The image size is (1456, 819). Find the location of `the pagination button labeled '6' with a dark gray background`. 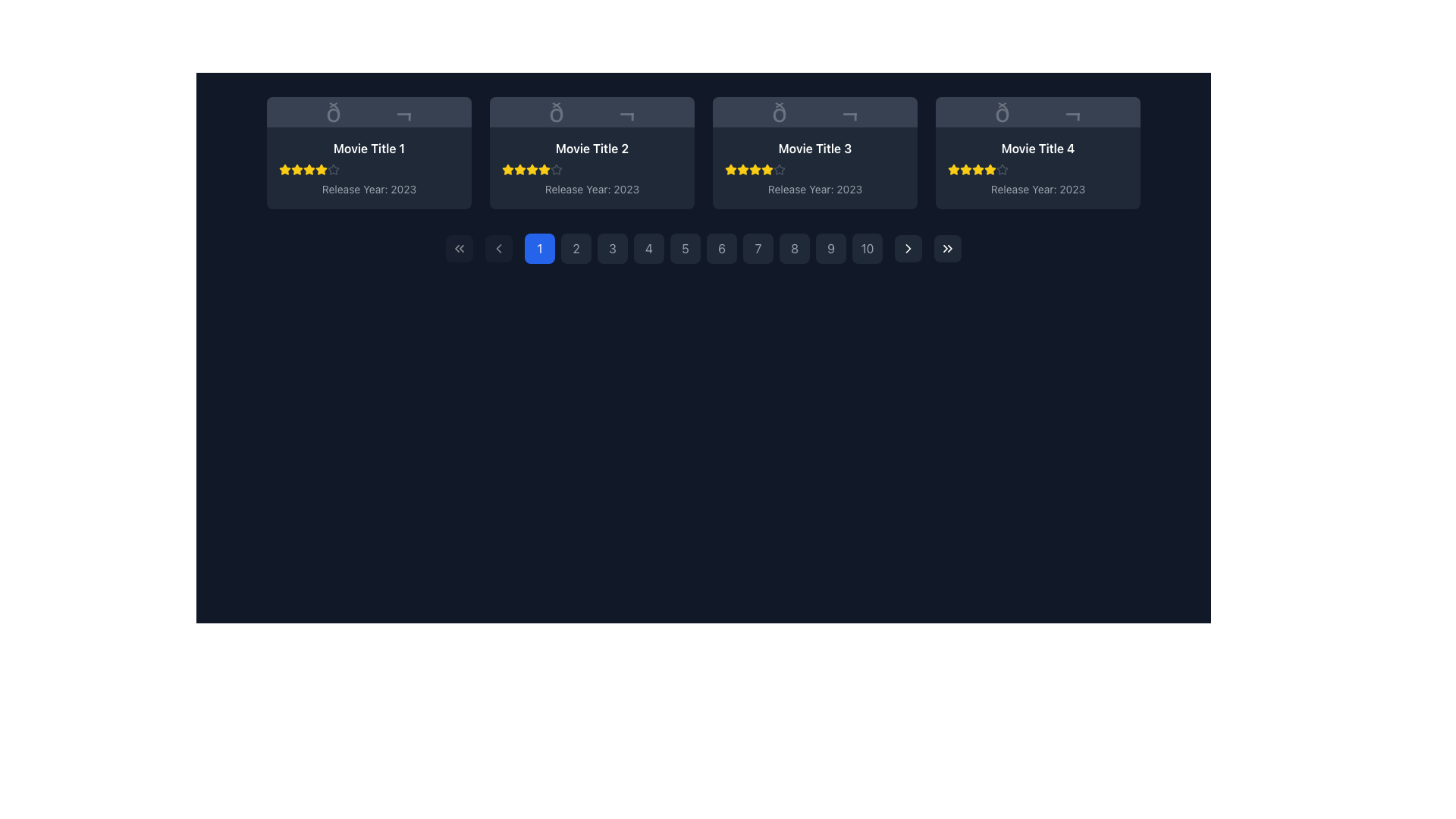

the pagination button labeled '6' with a dark gray background is located at coordinates (702, 247).